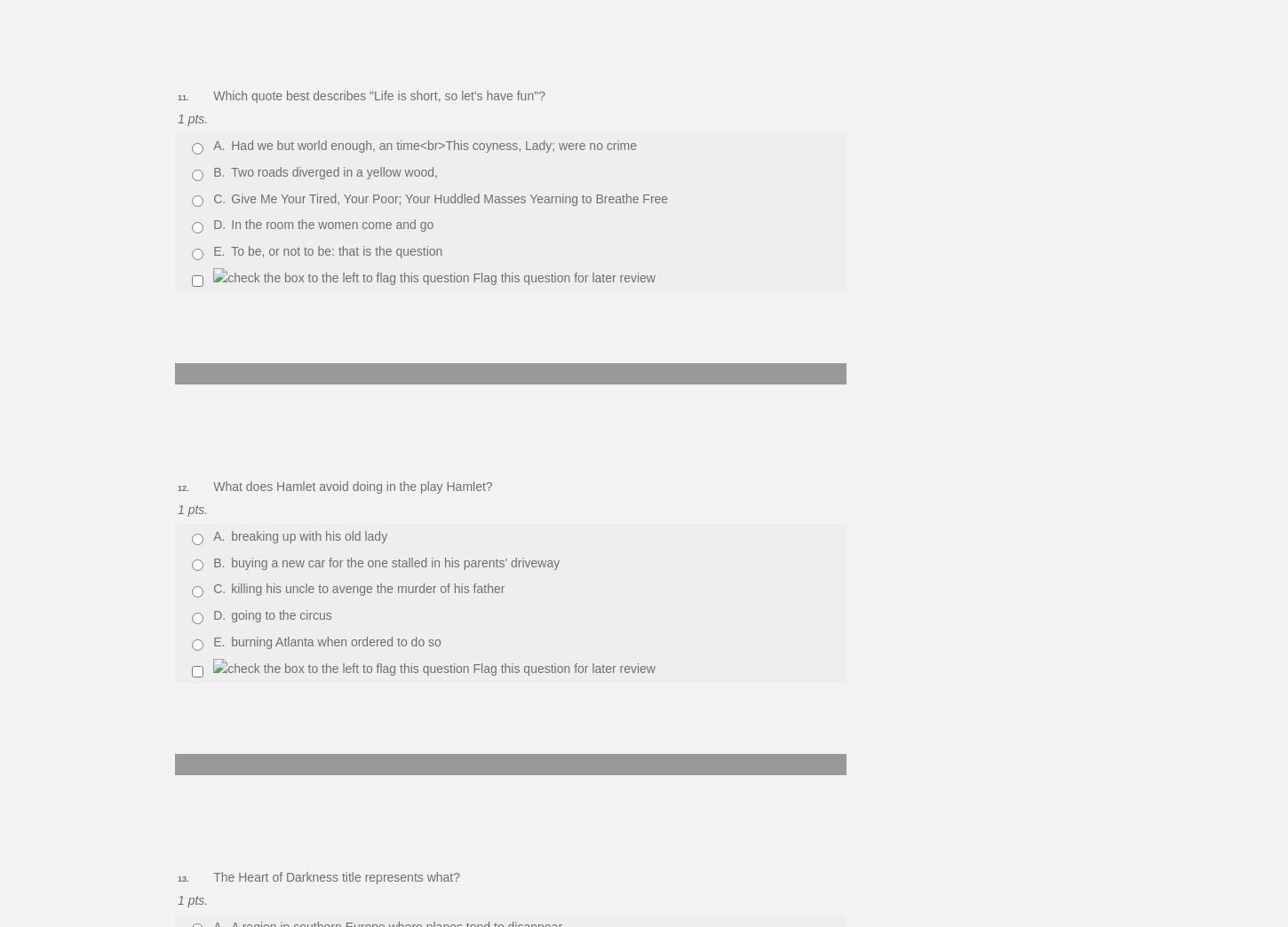 This screenshot has width=1288, height=927. I want to click on 'What does Hamlet avoid doing in the play Hamlet?', so click(352, 485).